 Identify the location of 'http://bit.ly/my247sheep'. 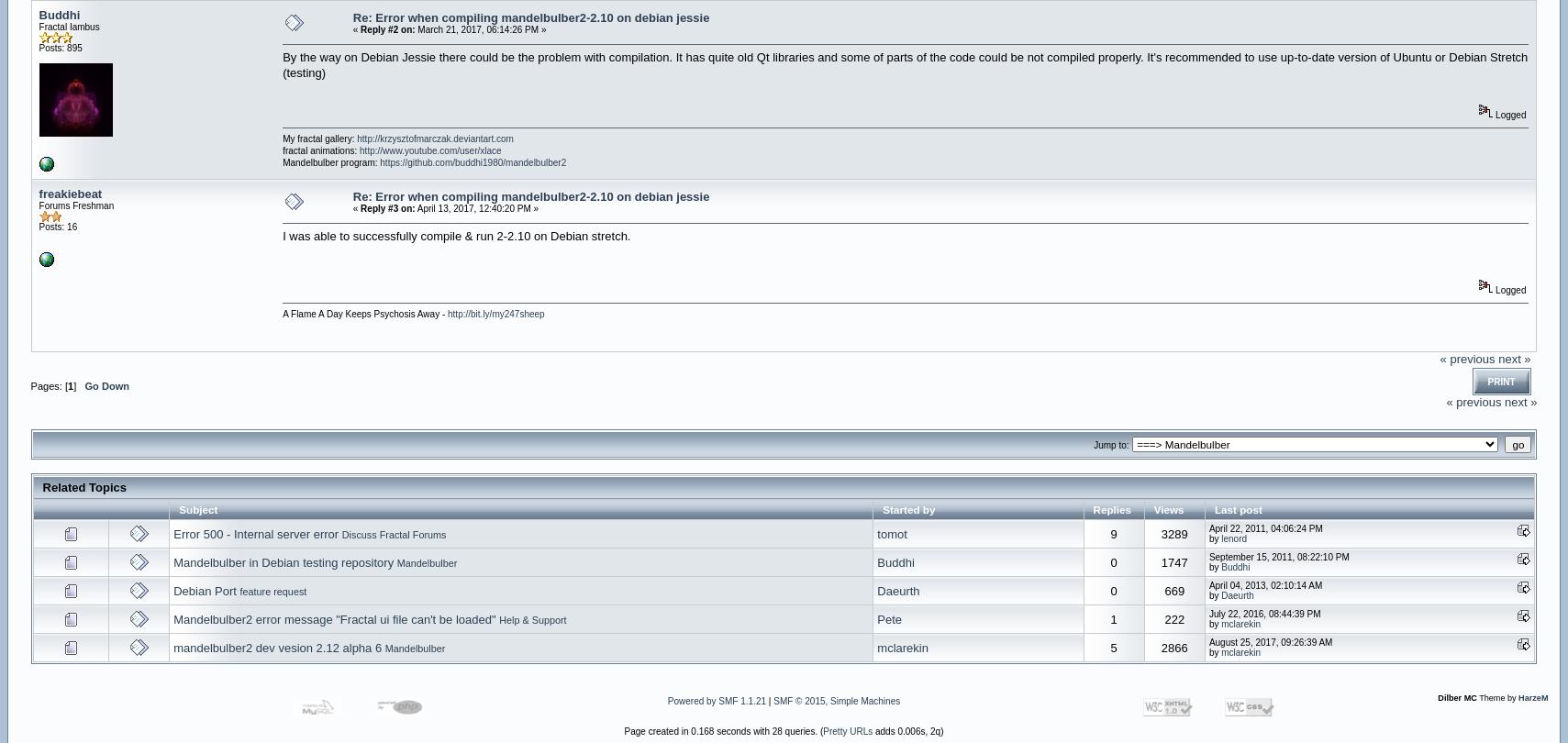
(495, 313).